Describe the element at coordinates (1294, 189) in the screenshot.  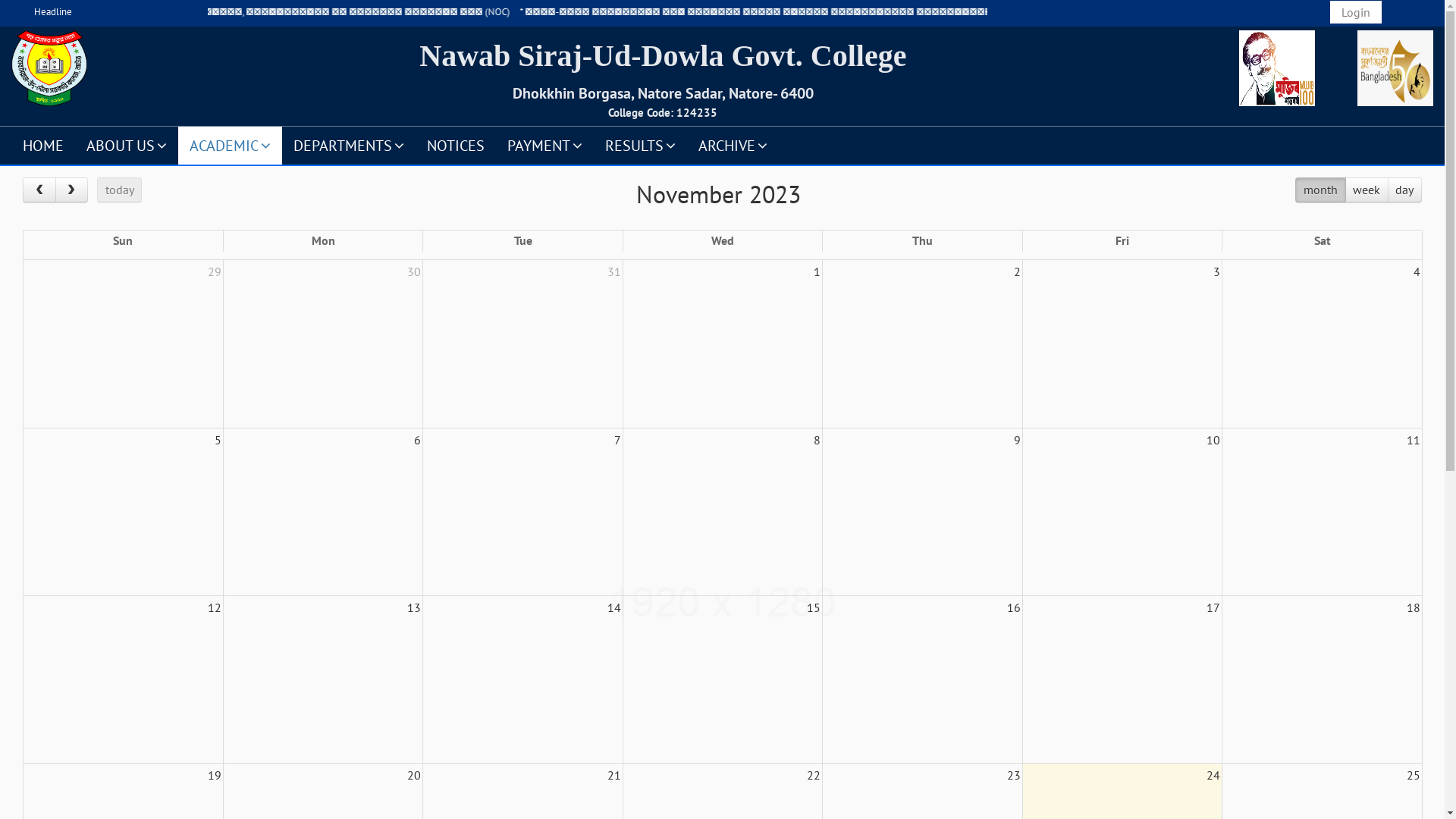
I see `'month'` at that location.